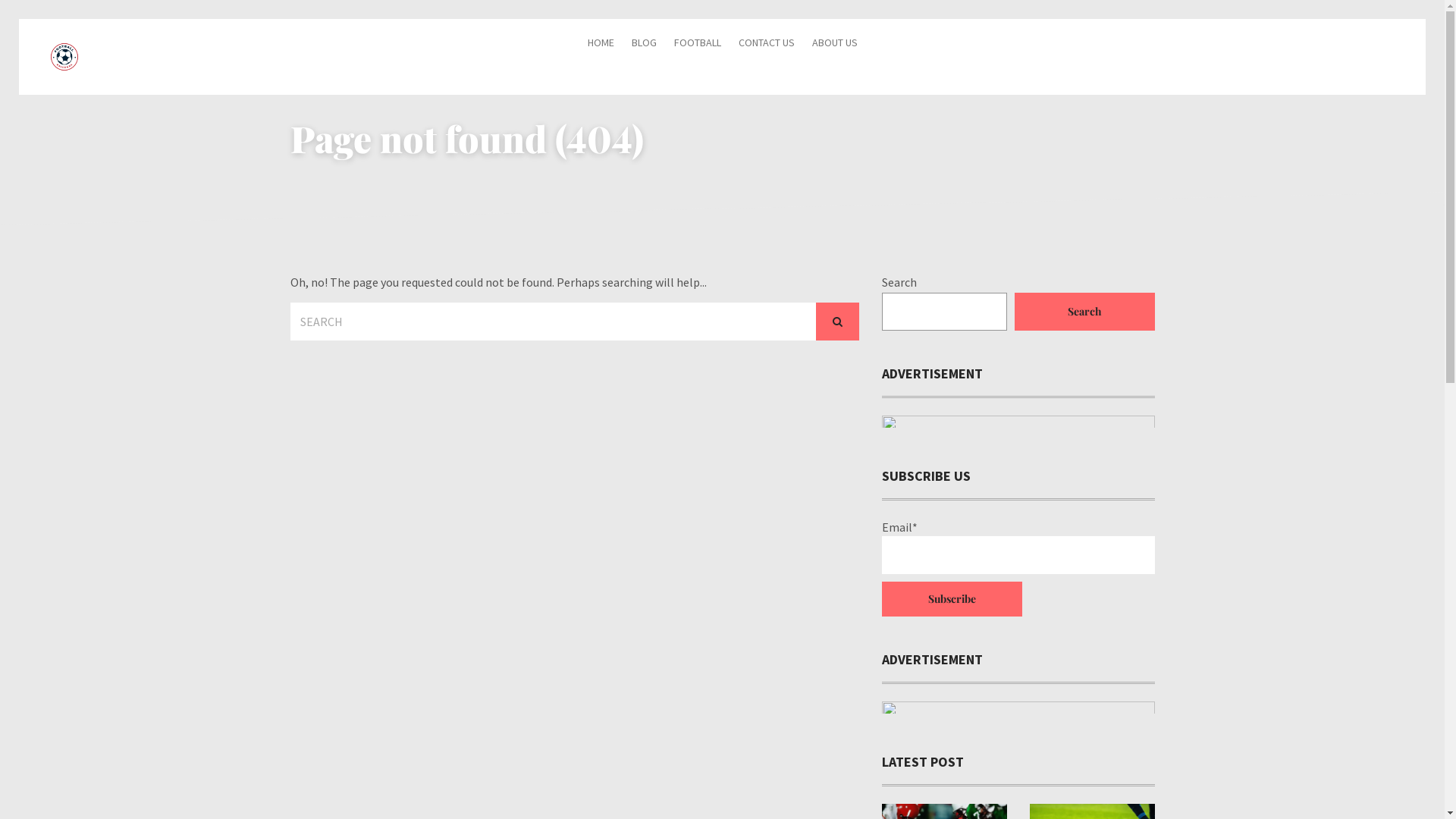 The image size is (1456, 819). Describe the element at coordinates (1084, 311) in the screenshot. I see `'Search'` at that location.